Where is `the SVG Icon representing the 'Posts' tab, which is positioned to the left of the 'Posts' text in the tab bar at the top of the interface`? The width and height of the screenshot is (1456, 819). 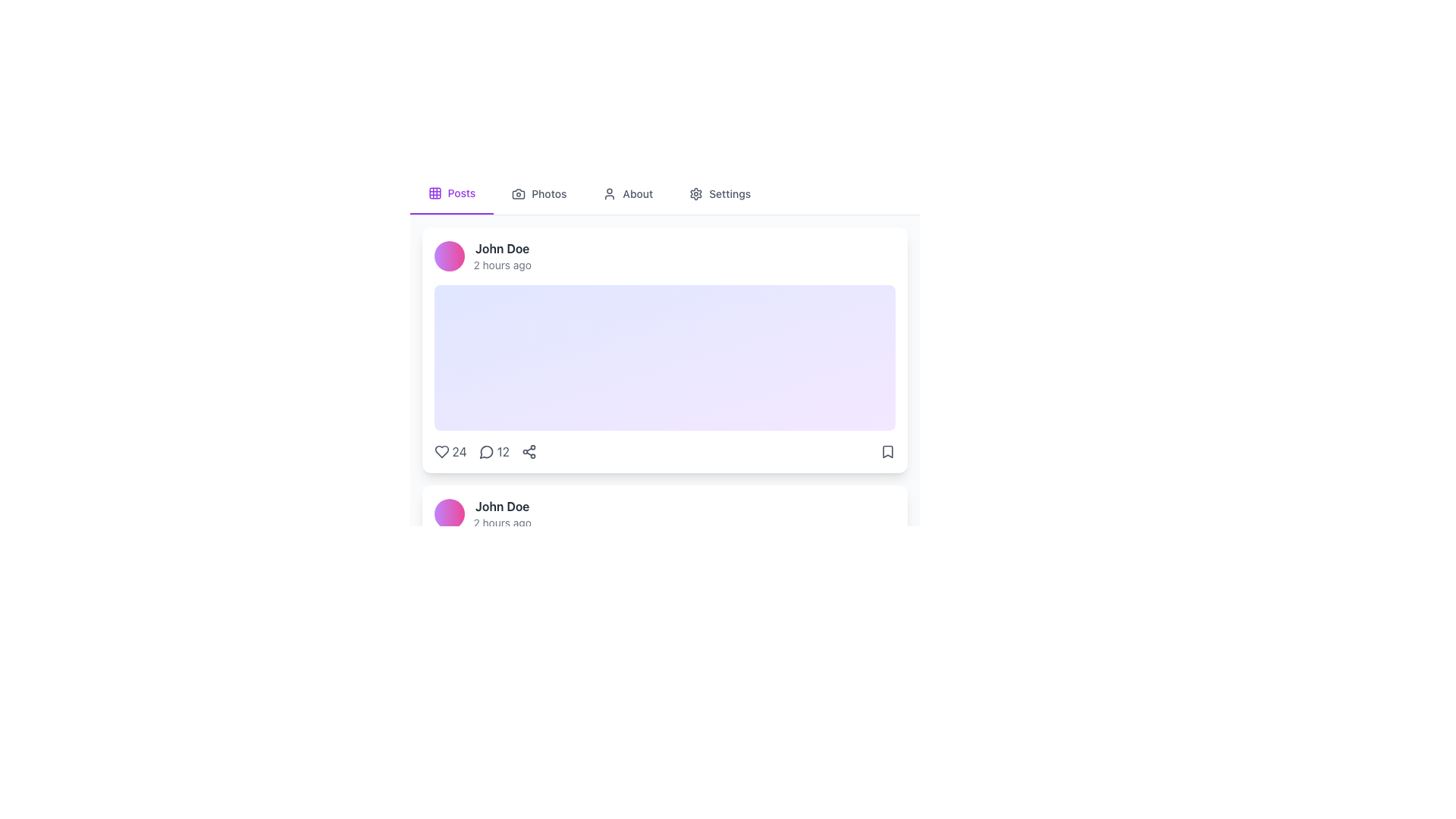
the SVG Icon representing the 'Posts' tab, which is positioned to the left of the 'Posts' text in the tab bar at the top of the interface is located at coordinates (434, 192).